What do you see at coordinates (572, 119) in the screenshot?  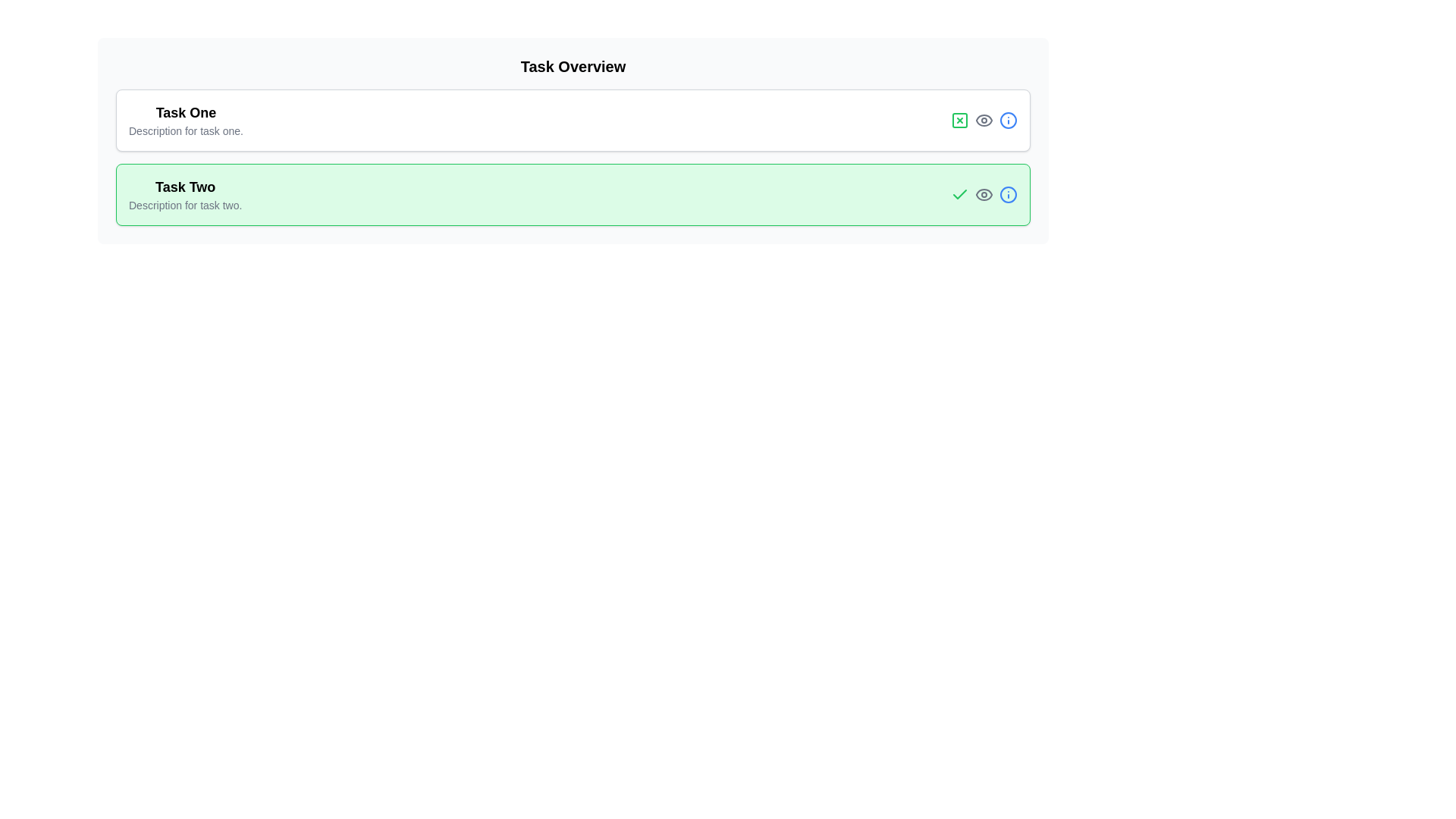 I see `the icons on the right side of the 'Task One' list item` at bounding box center [572, 119].